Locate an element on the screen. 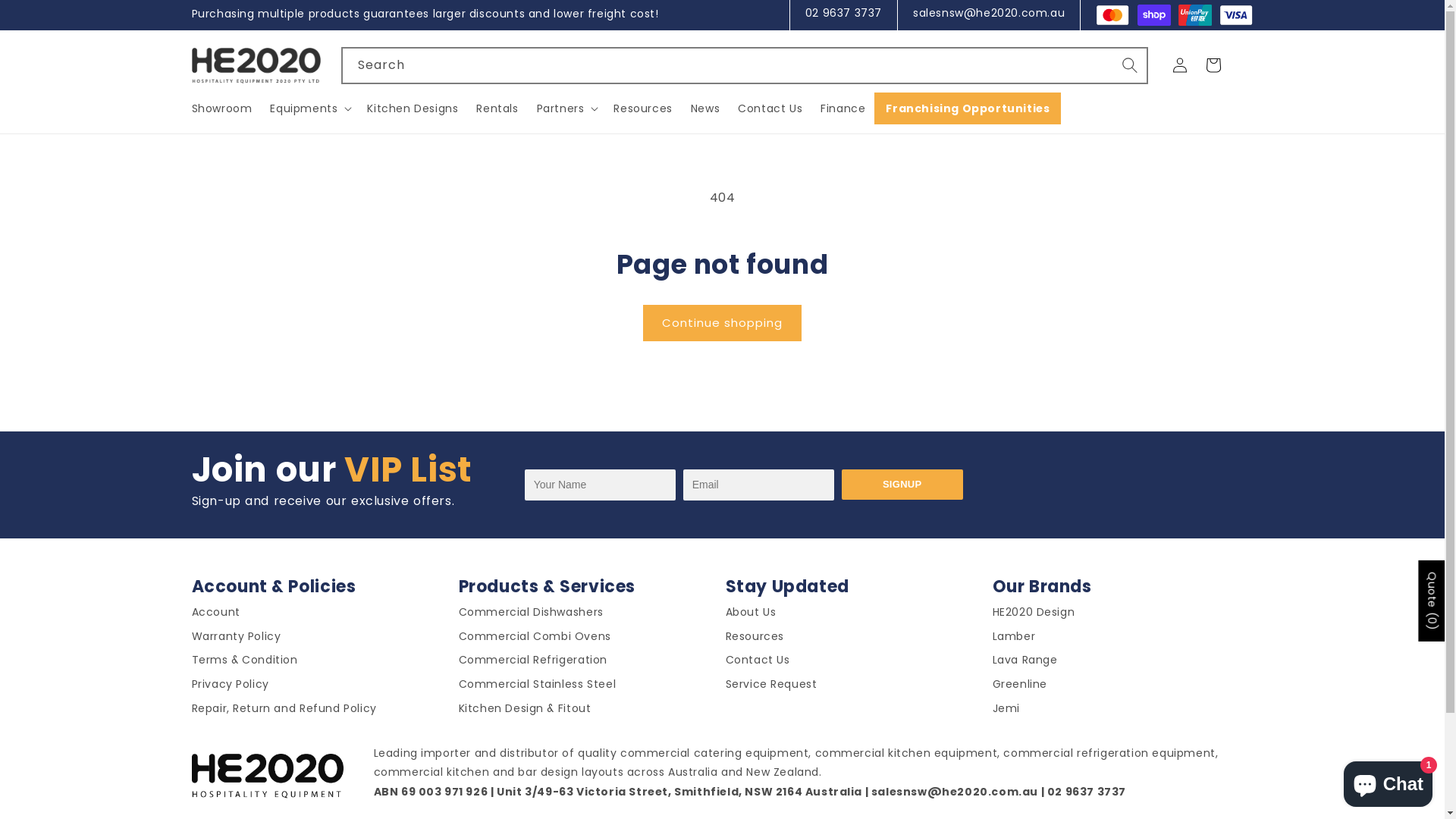 This screenshot has height=819, width=1456. 'Service Request' is located at coordinates (723, 687).